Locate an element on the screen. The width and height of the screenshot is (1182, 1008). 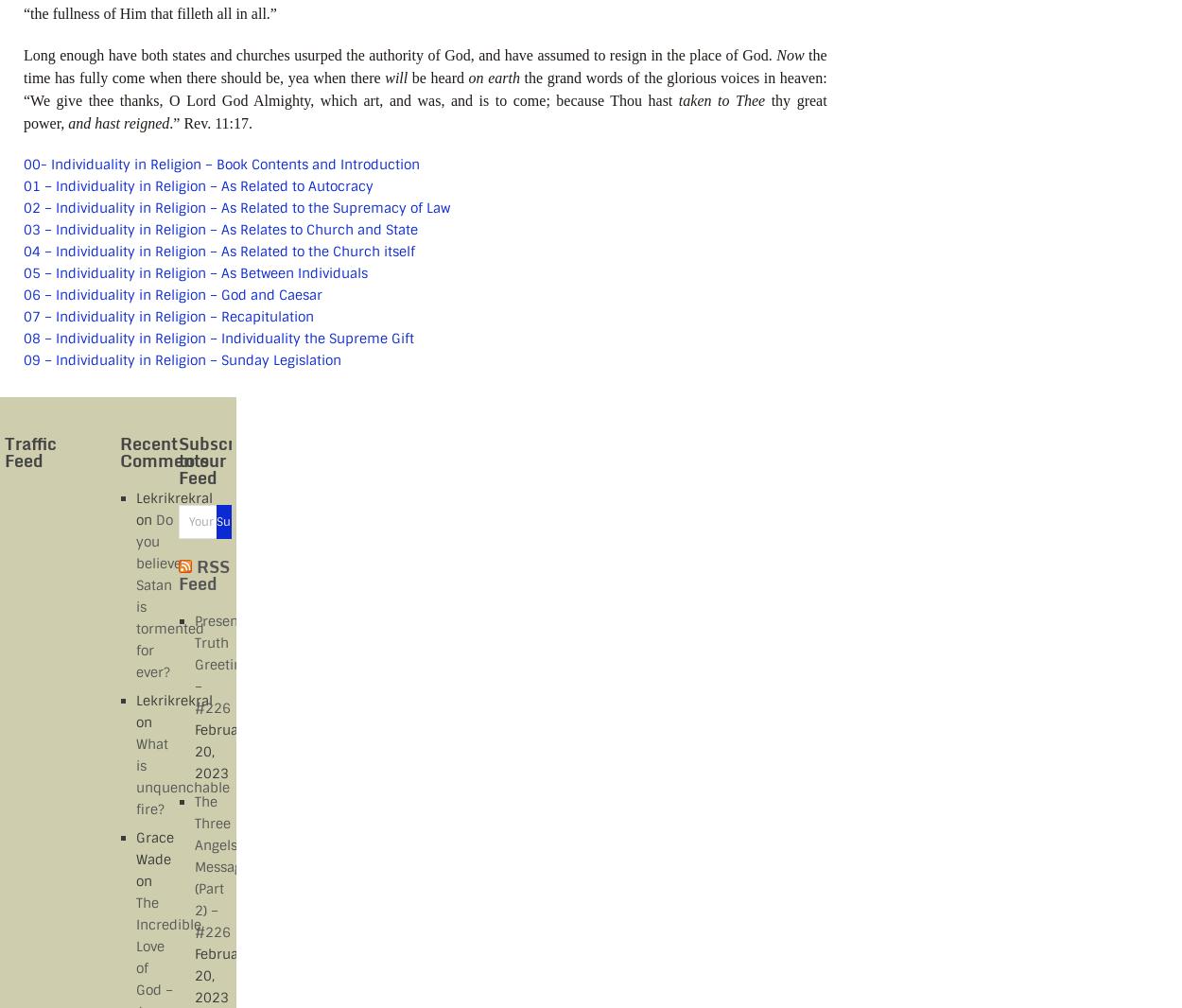
'Grace Wade' is located at coordinates (155, 847).